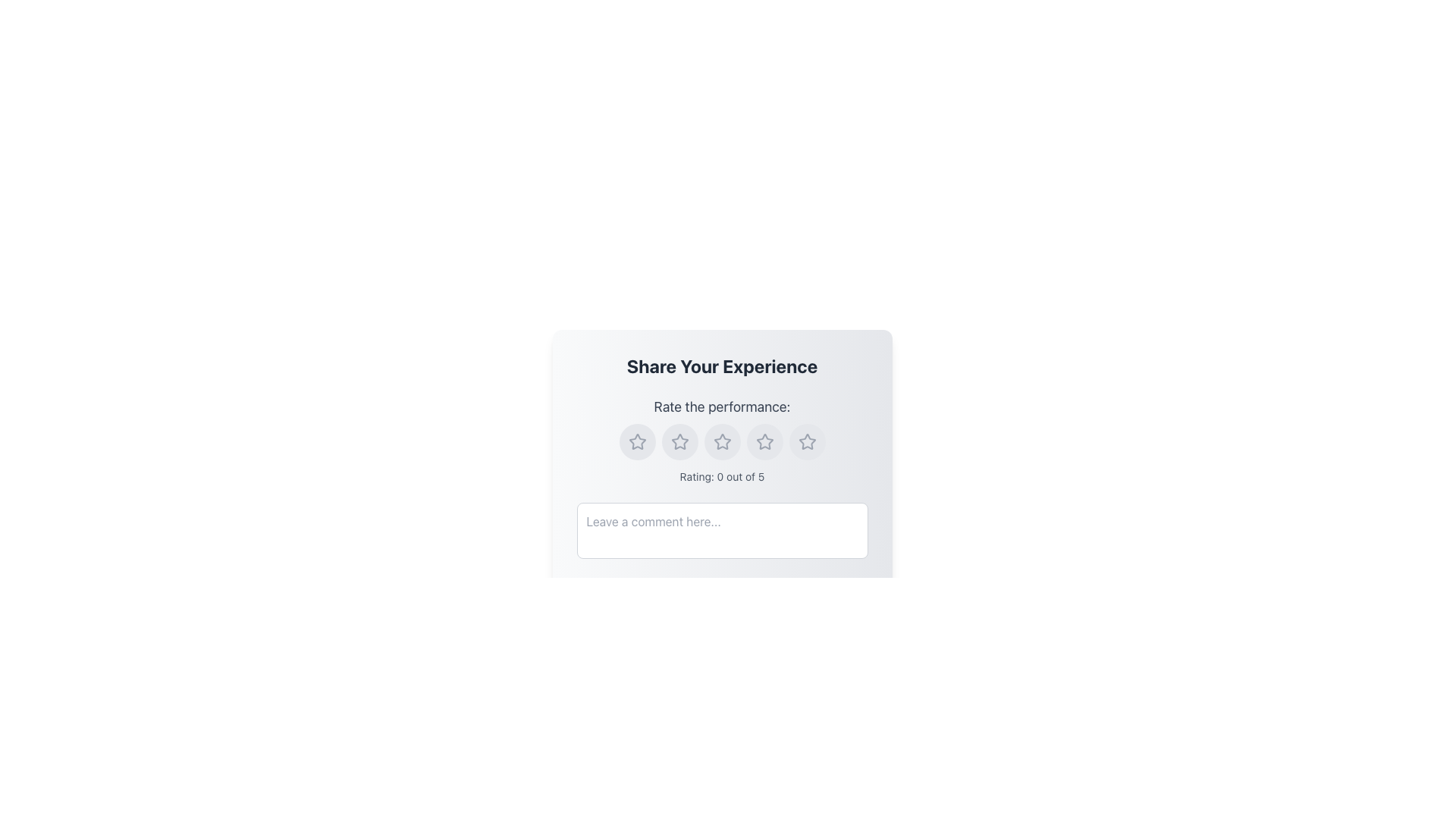 The width and height of the screenshot is (1456, 819). I want to click on the fifth star in the 5-star rating system, so click(806, 441).